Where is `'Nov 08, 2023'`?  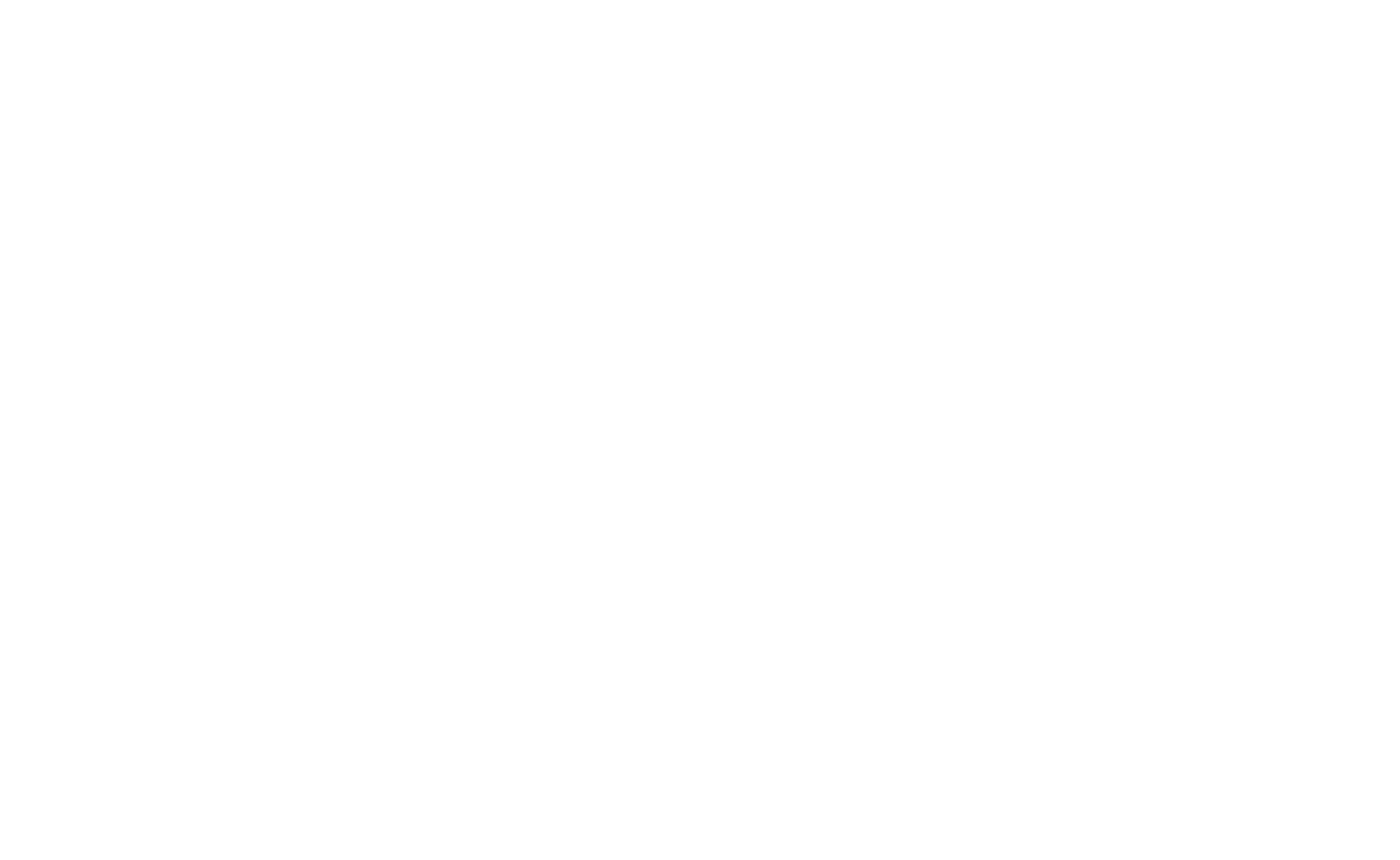
'Nov 08, 2023' is located at coordinates (231, 287).